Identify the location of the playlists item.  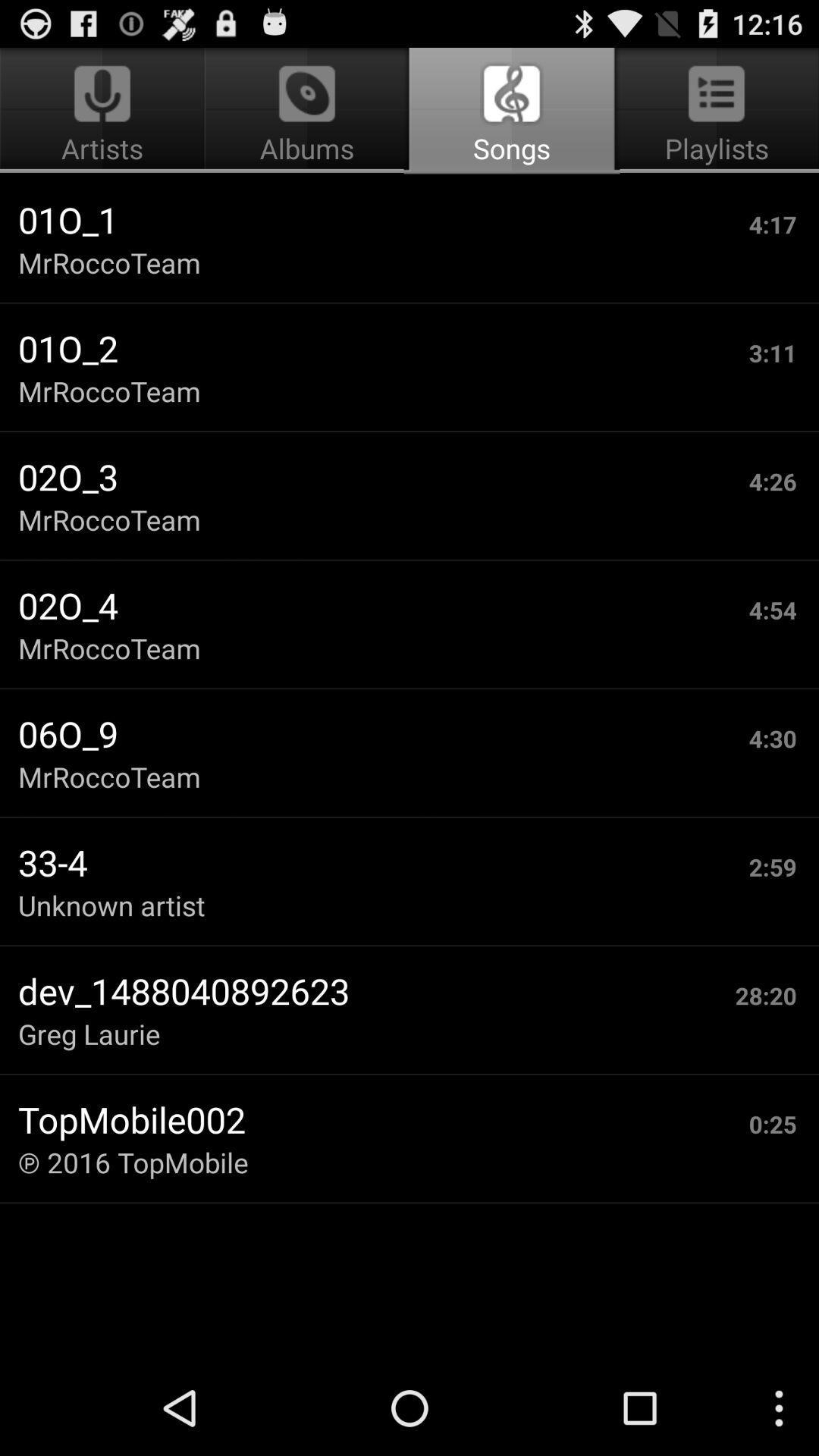
(714, 111).